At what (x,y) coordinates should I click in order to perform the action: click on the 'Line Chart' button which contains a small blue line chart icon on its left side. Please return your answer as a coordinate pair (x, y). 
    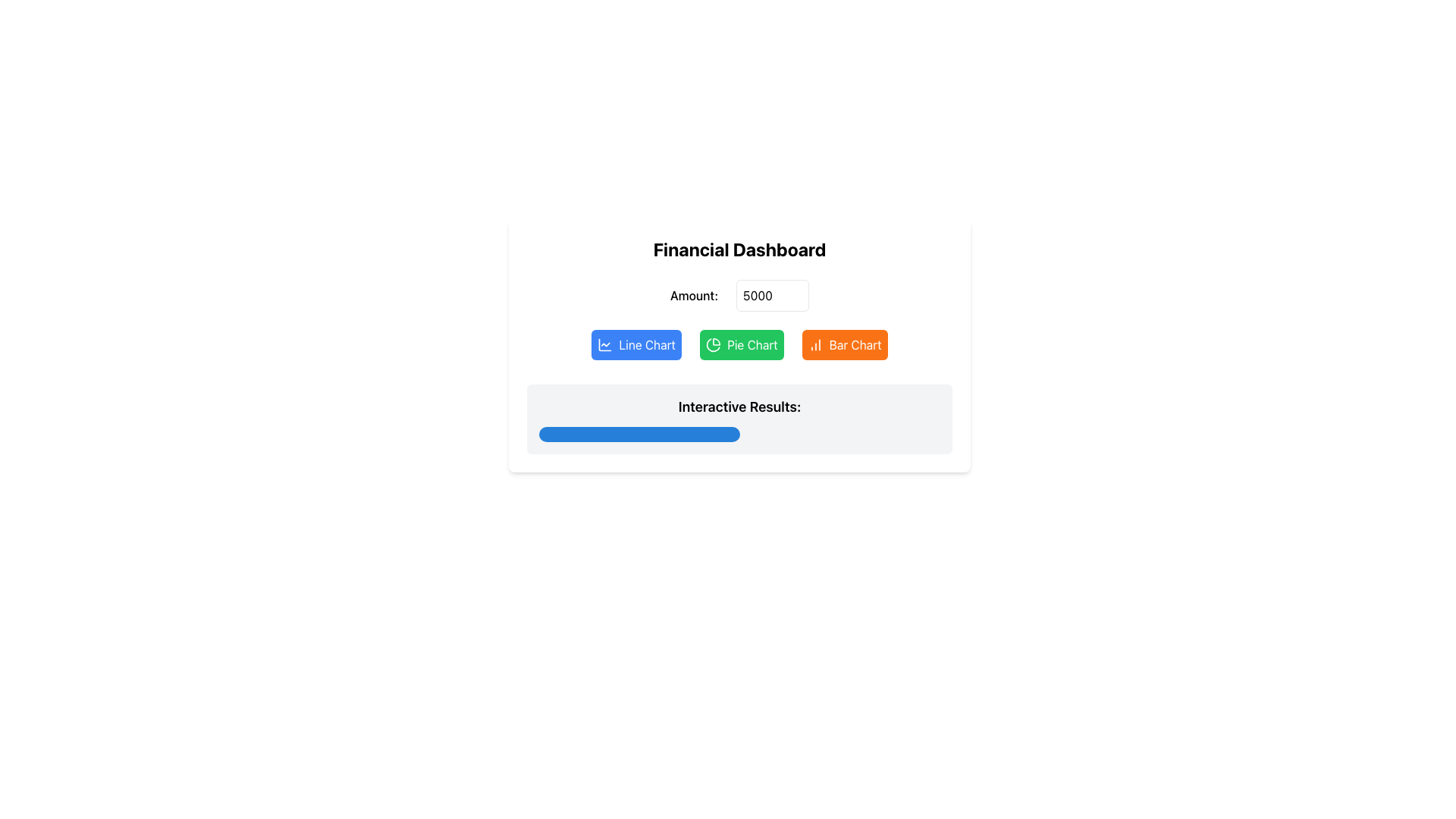
    Looking at the image, I should click on (604, 345).